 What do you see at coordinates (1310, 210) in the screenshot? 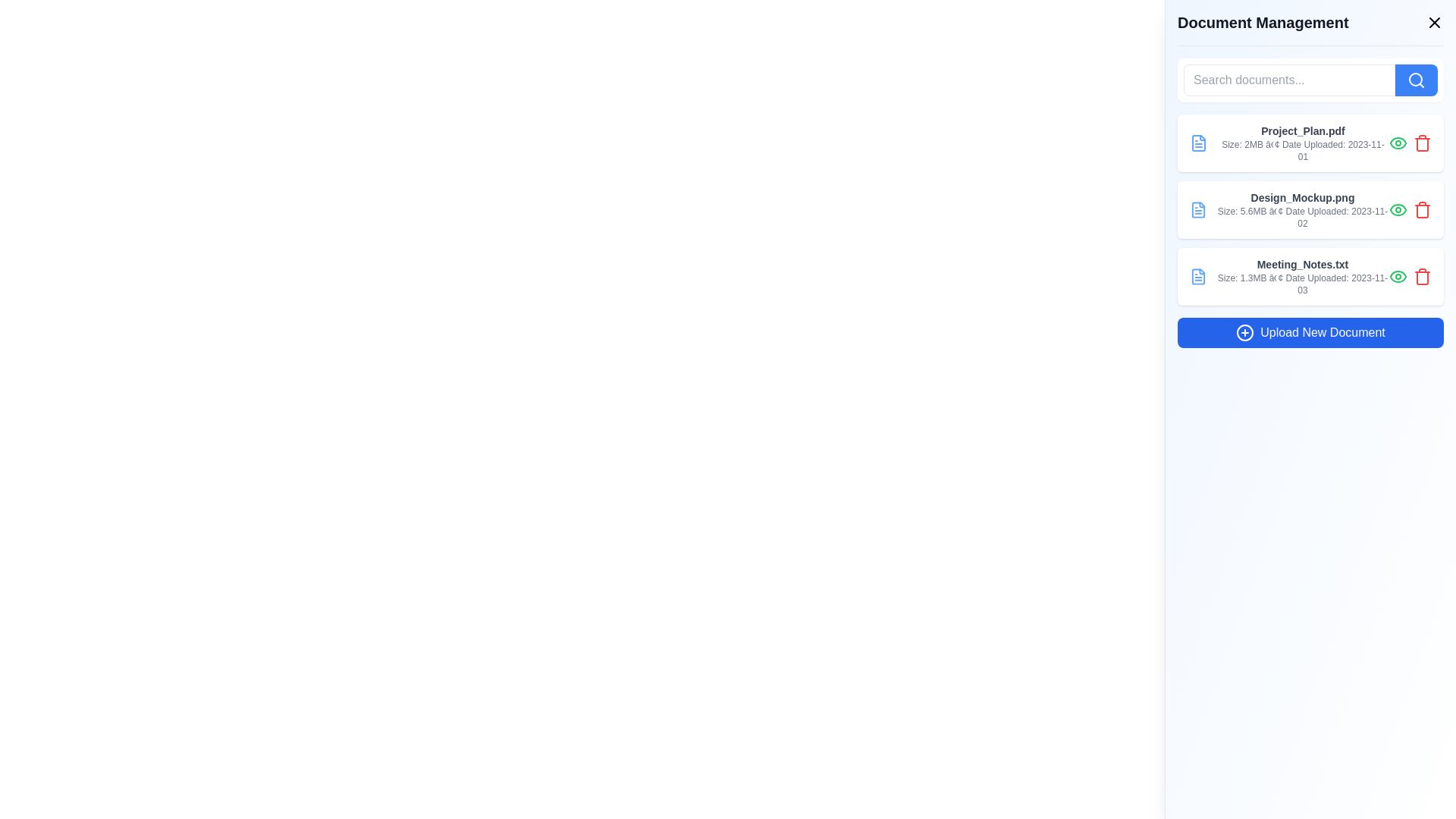
I see `the document listing item displaying 'Design_Mockup.png'` at bounding box center [1310, 210].